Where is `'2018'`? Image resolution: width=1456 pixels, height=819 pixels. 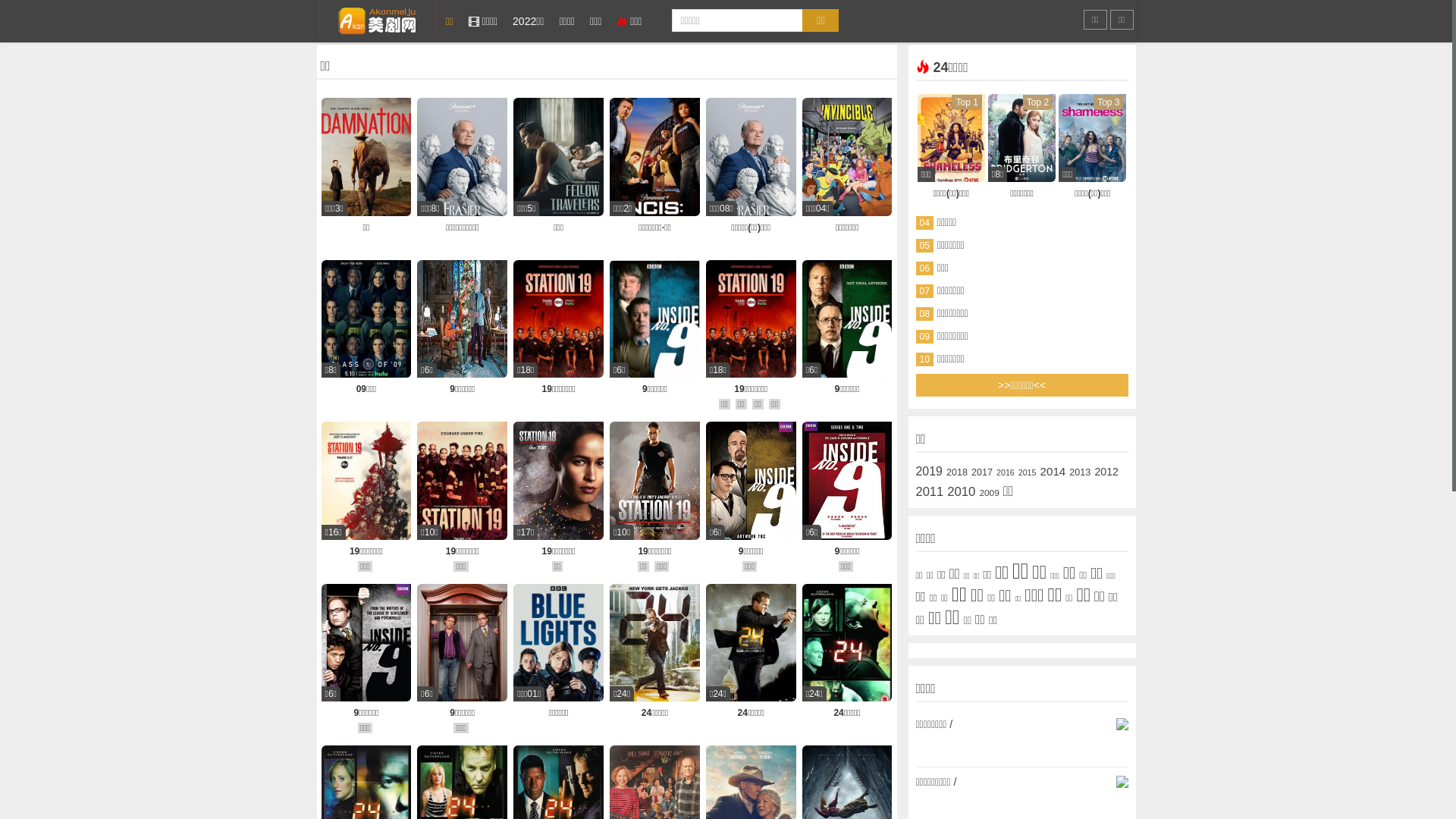
'2018' is located at coordinates (956, 472).